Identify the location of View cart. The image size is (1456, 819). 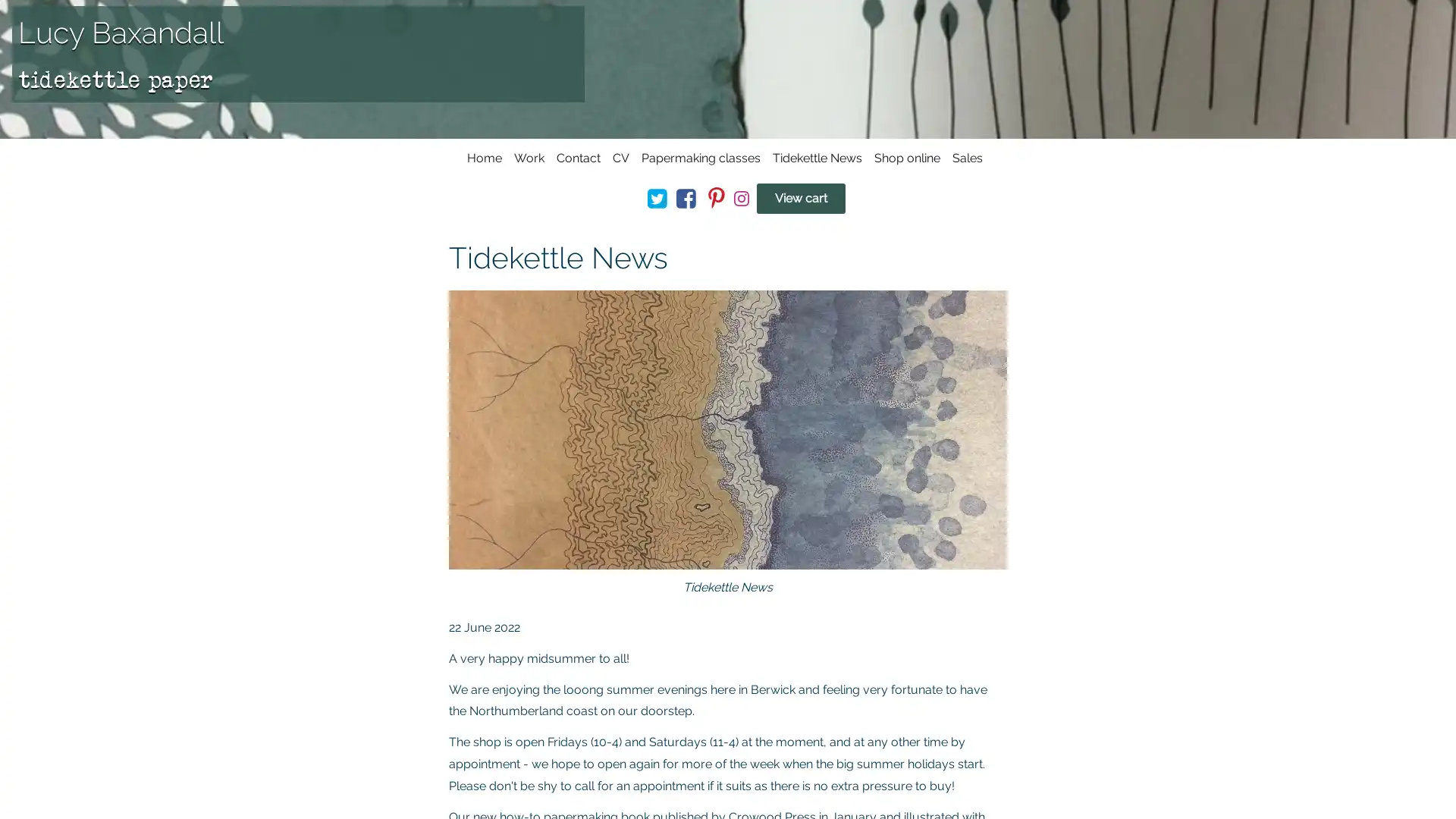
(799, 198).